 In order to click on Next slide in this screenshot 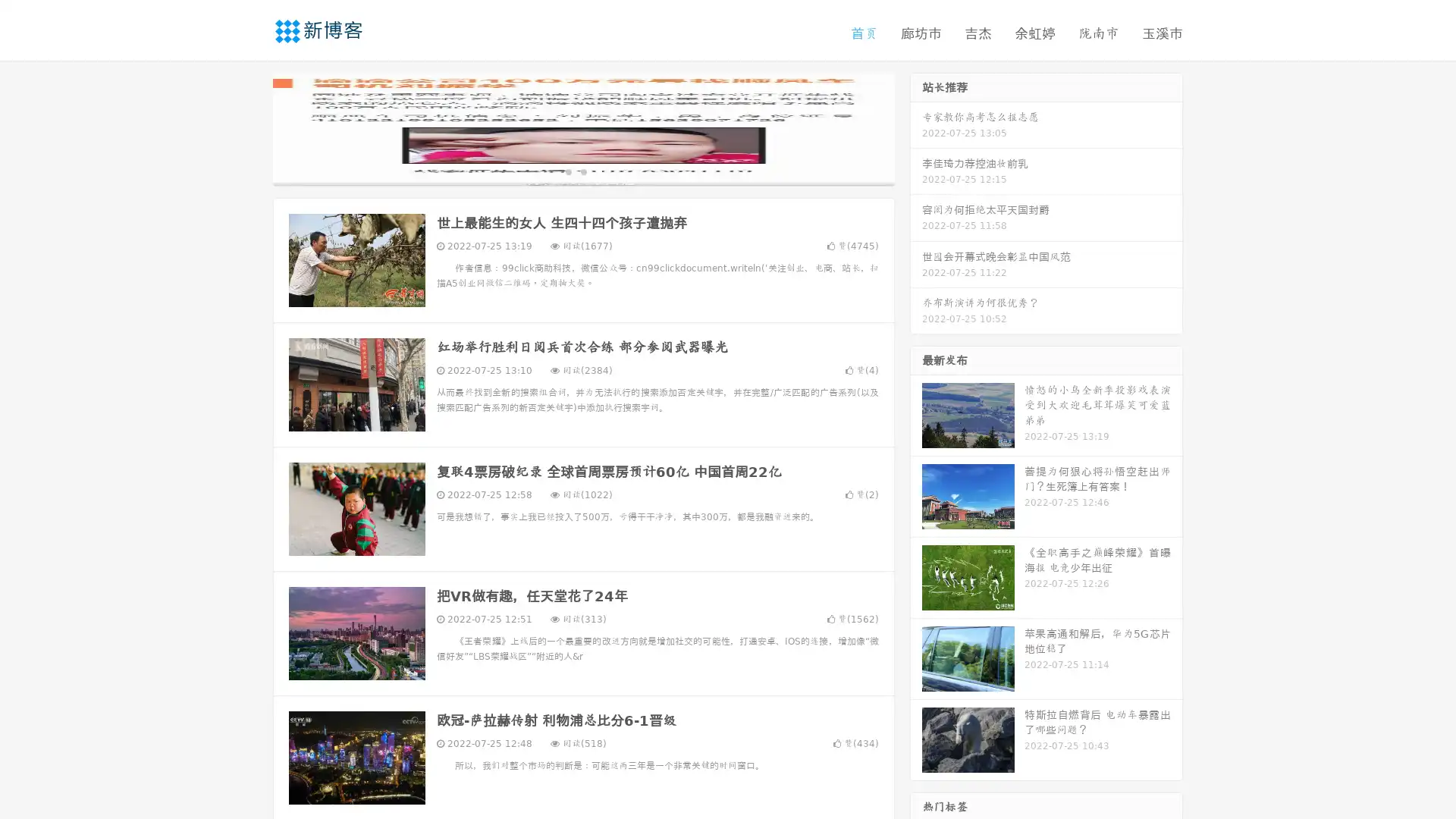, I will do `click(916, 127)`.